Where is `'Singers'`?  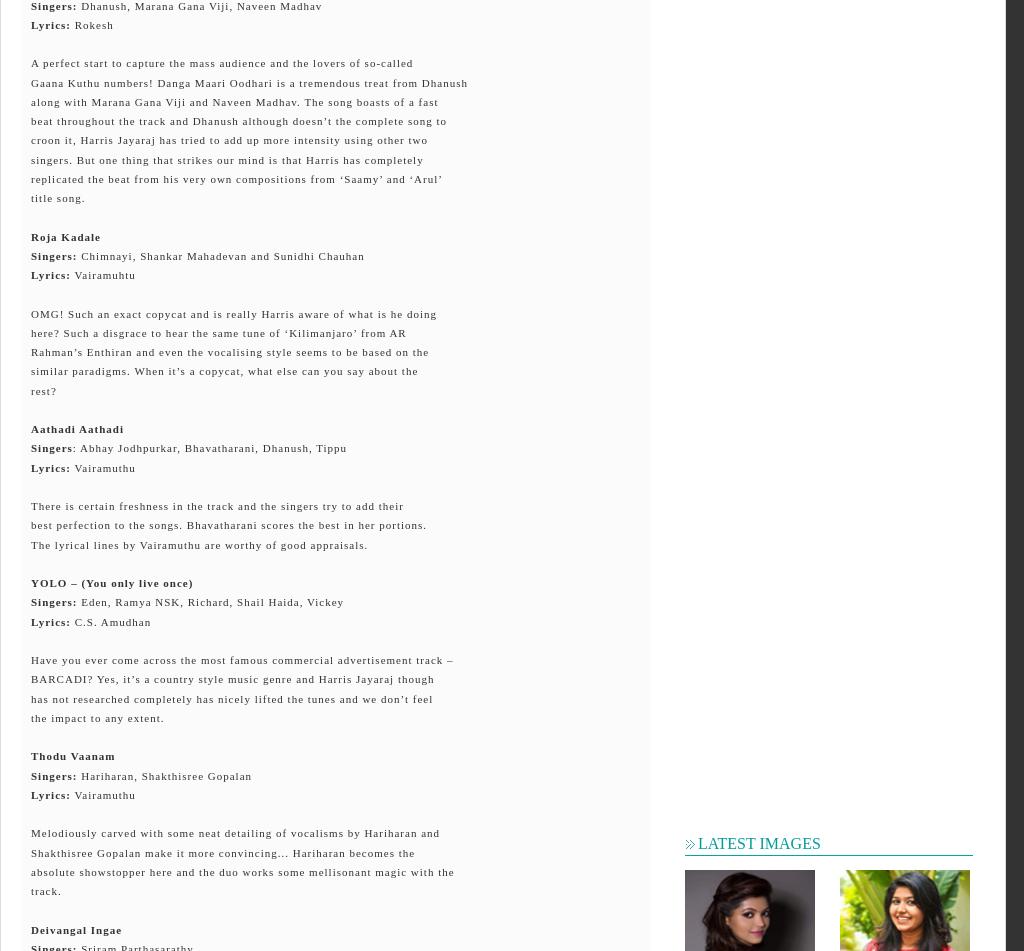 'Singers' is located at coordinates (50, 448).